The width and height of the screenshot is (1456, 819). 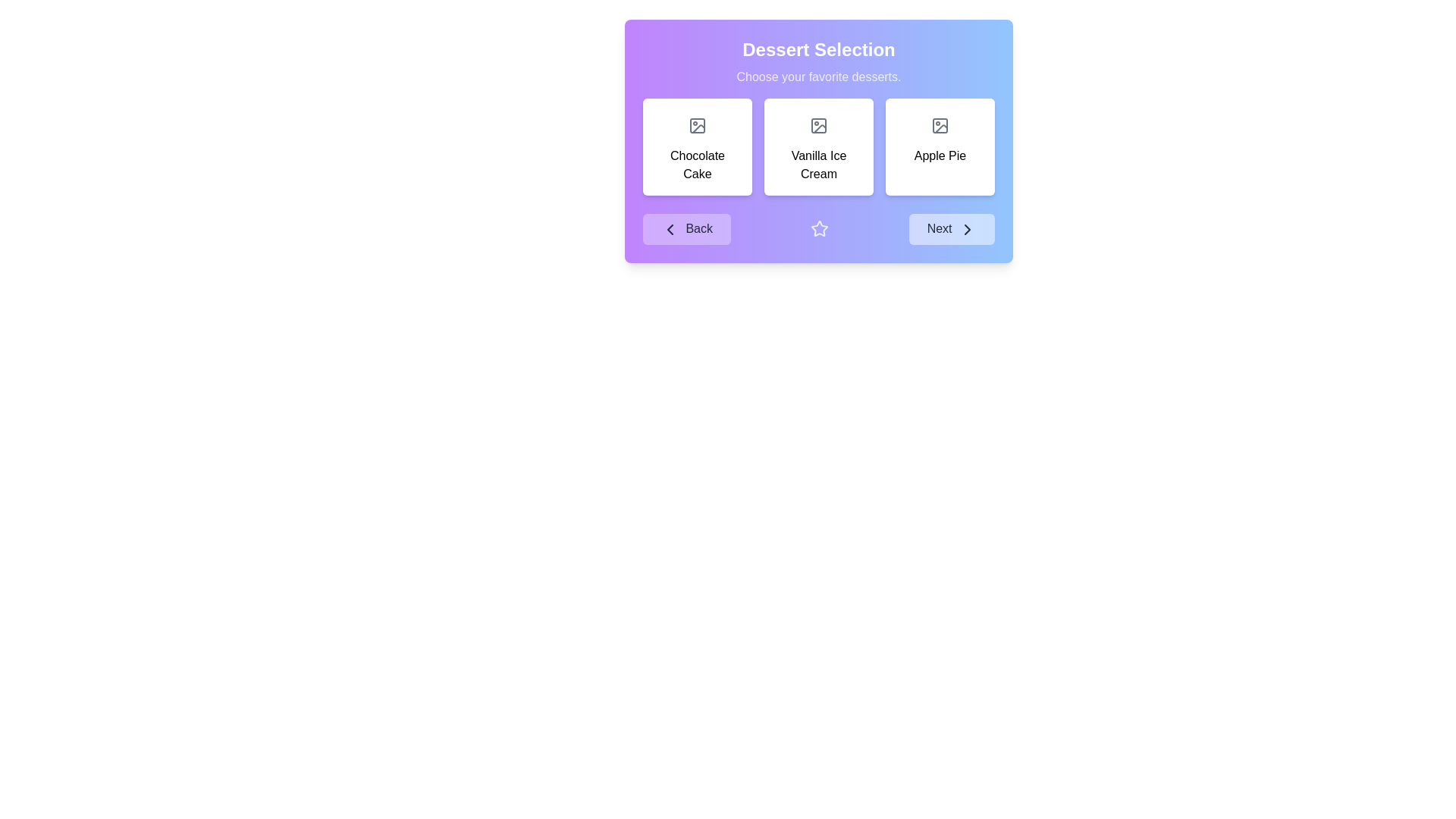 What do you see at coordinates (818, 61) in the screenshot?
I see `the 'Dessert Selection' text block, which is visually distinct with a gradient background and contains the introductory text for dessert options` at bounding box center [818, 61].